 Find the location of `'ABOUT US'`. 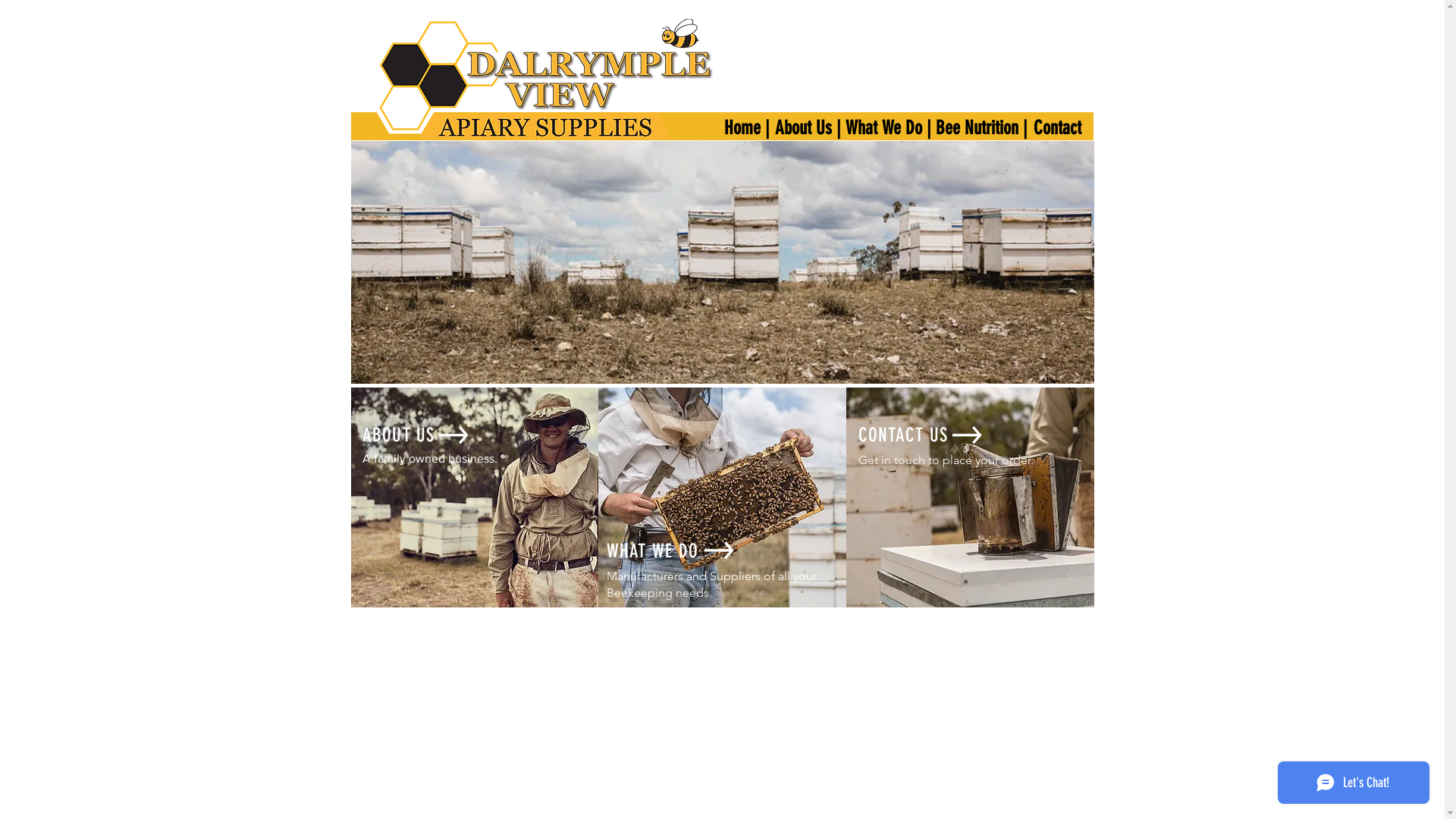

'ABOUT US' is located at coordinates (399, 435).